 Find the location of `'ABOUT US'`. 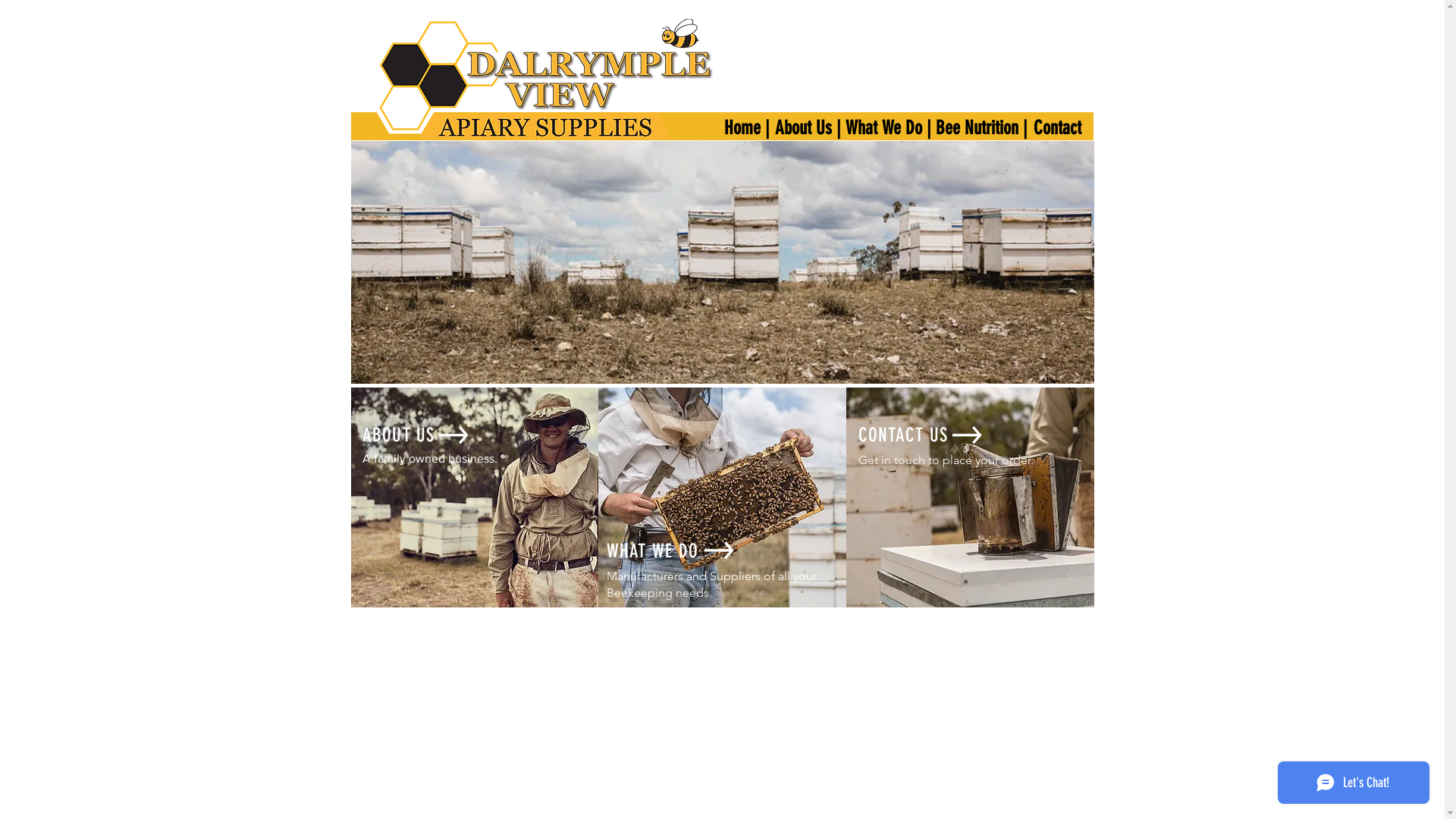

'ABOUT US' is located at coordinates (399, 435).